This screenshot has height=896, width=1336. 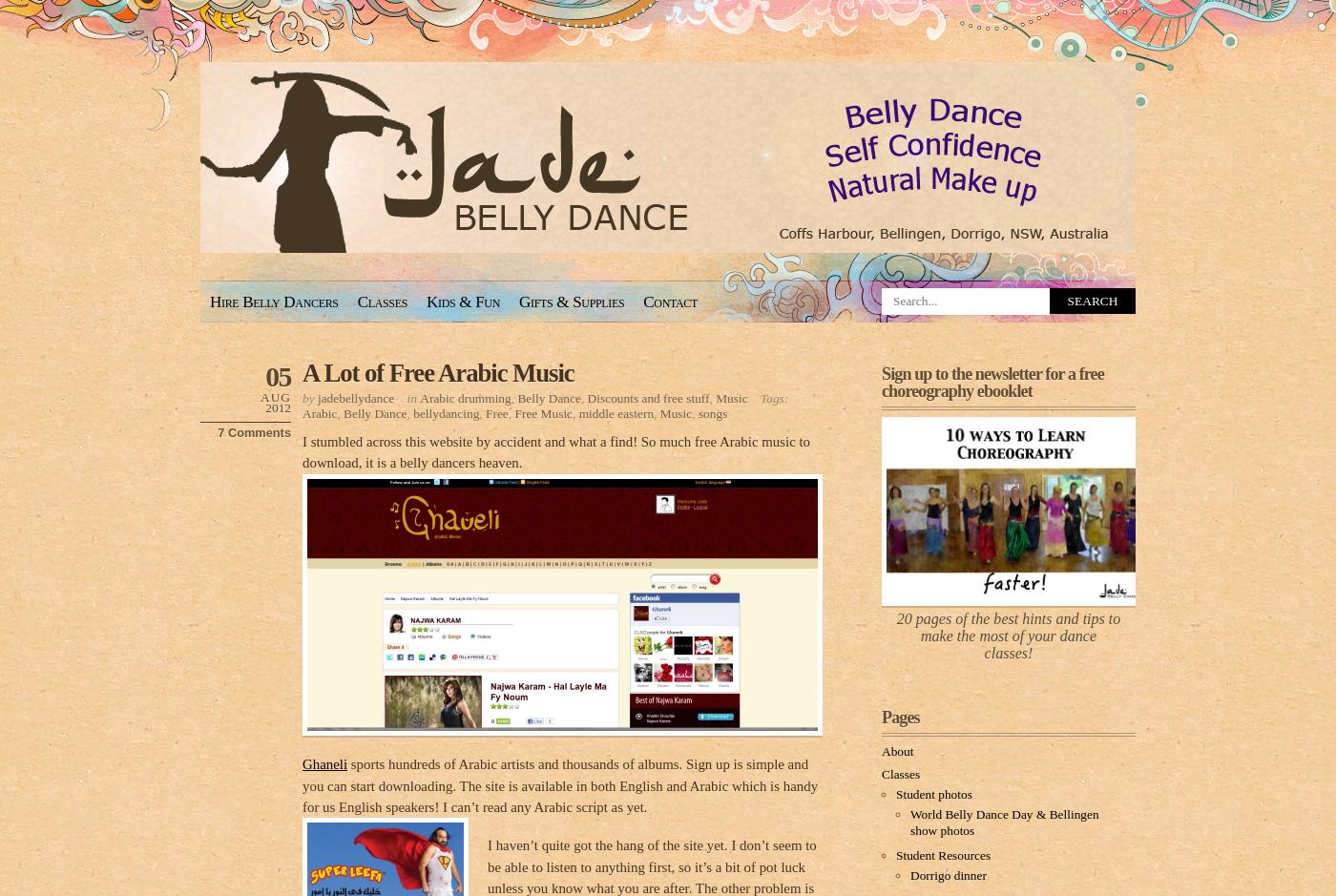 What do you see at coordinates (543, 411) in the screenshot?
I see `'Free Music'` at bounding box center [543, 411].